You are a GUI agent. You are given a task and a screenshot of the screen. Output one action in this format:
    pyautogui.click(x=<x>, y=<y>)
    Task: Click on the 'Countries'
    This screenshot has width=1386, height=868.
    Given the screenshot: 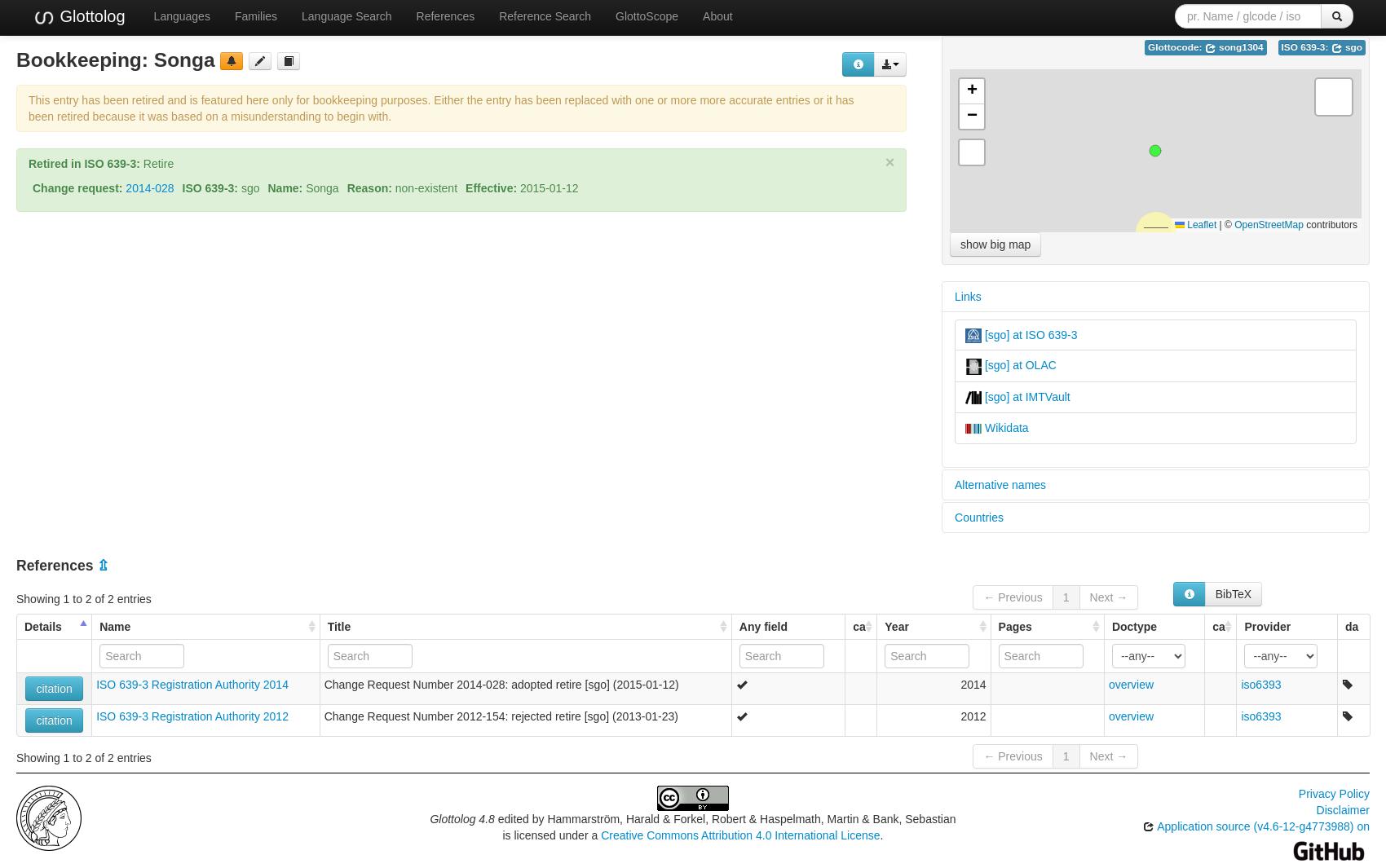 What is the action you would take?
    pyautogui.click(x=978, y=517)
    